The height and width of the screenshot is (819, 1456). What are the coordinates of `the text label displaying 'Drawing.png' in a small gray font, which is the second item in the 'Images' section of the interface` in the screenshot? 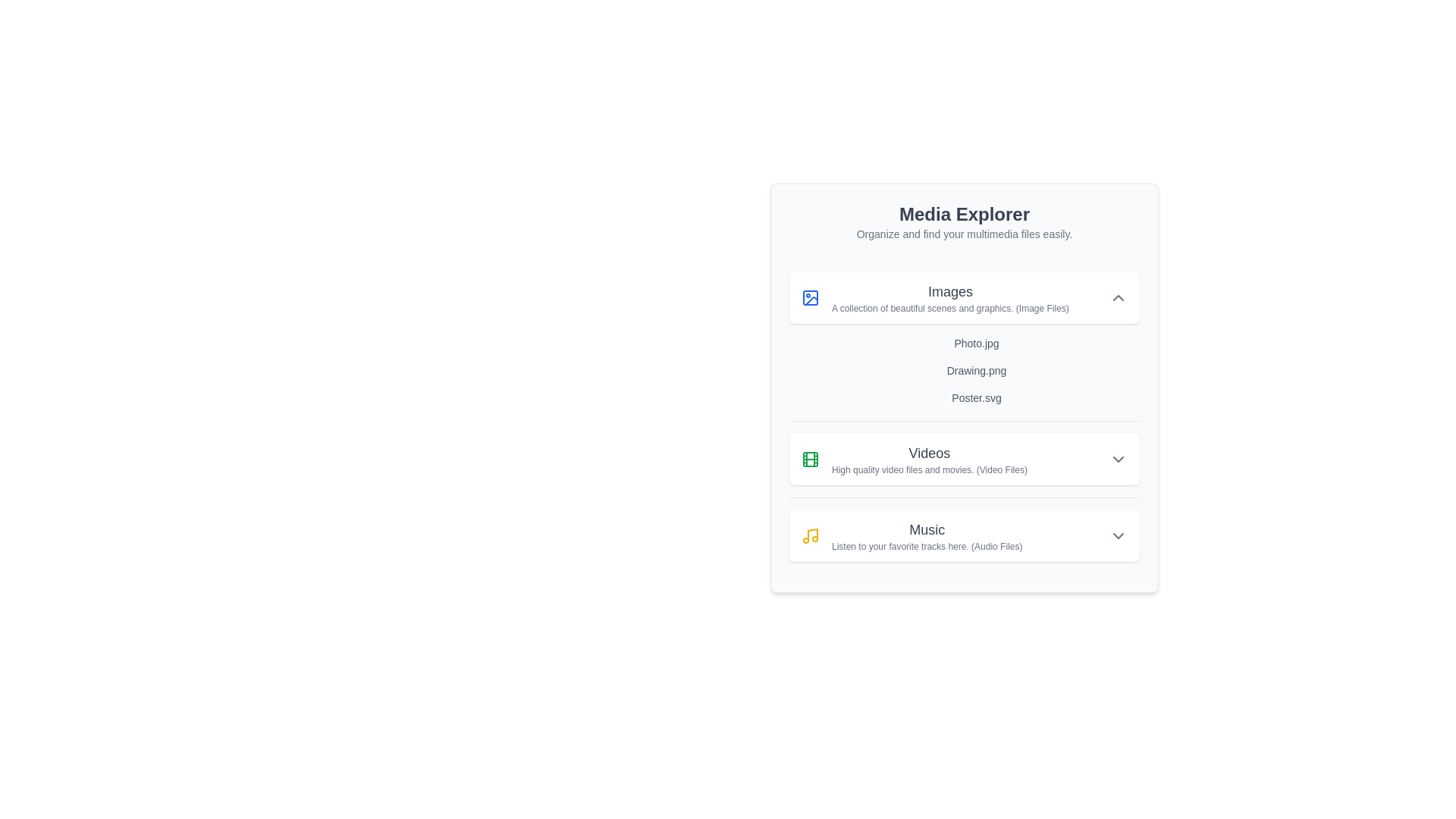 It's located at (976, 371).